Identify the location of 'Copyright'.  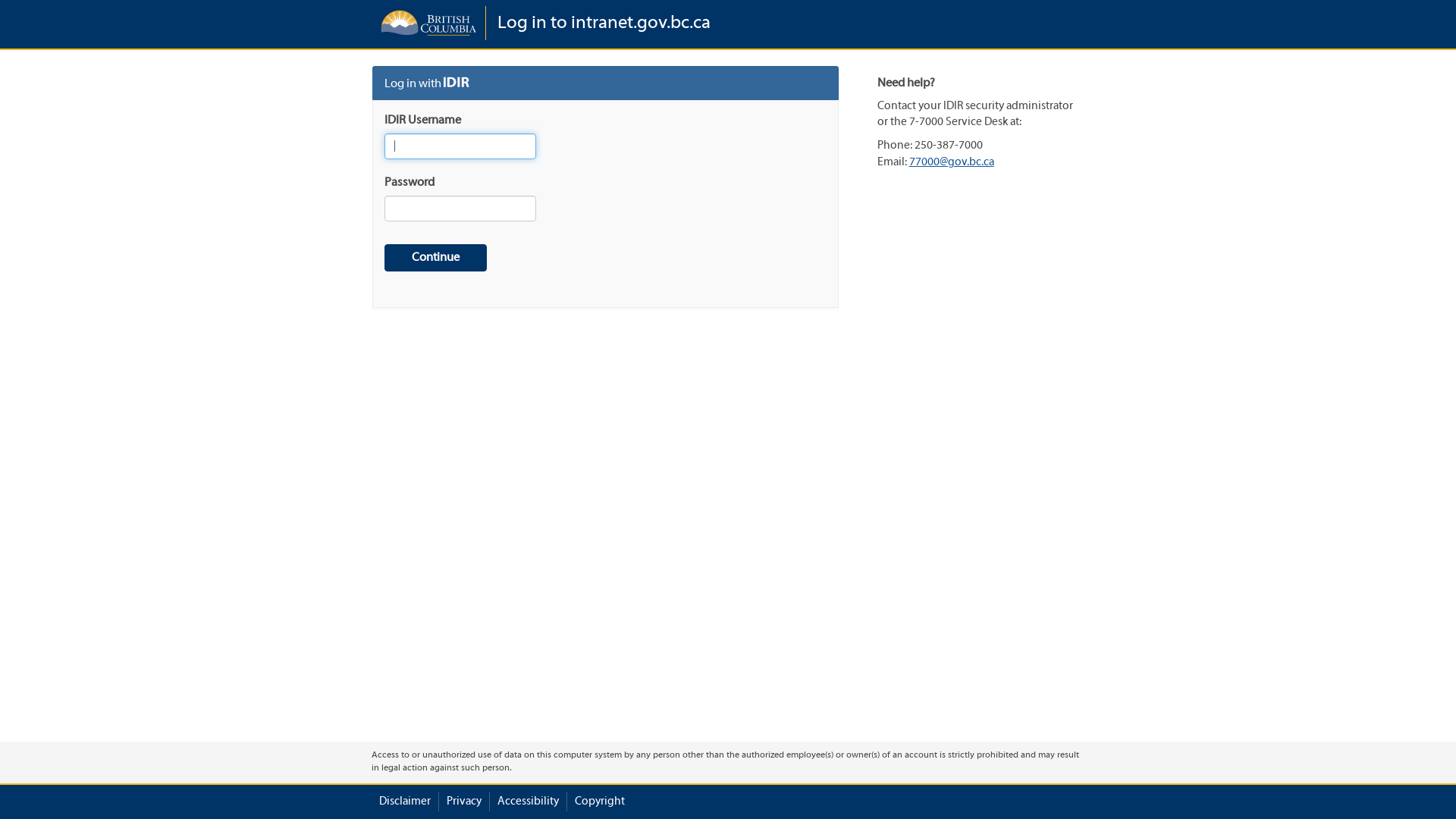
(599, 801).